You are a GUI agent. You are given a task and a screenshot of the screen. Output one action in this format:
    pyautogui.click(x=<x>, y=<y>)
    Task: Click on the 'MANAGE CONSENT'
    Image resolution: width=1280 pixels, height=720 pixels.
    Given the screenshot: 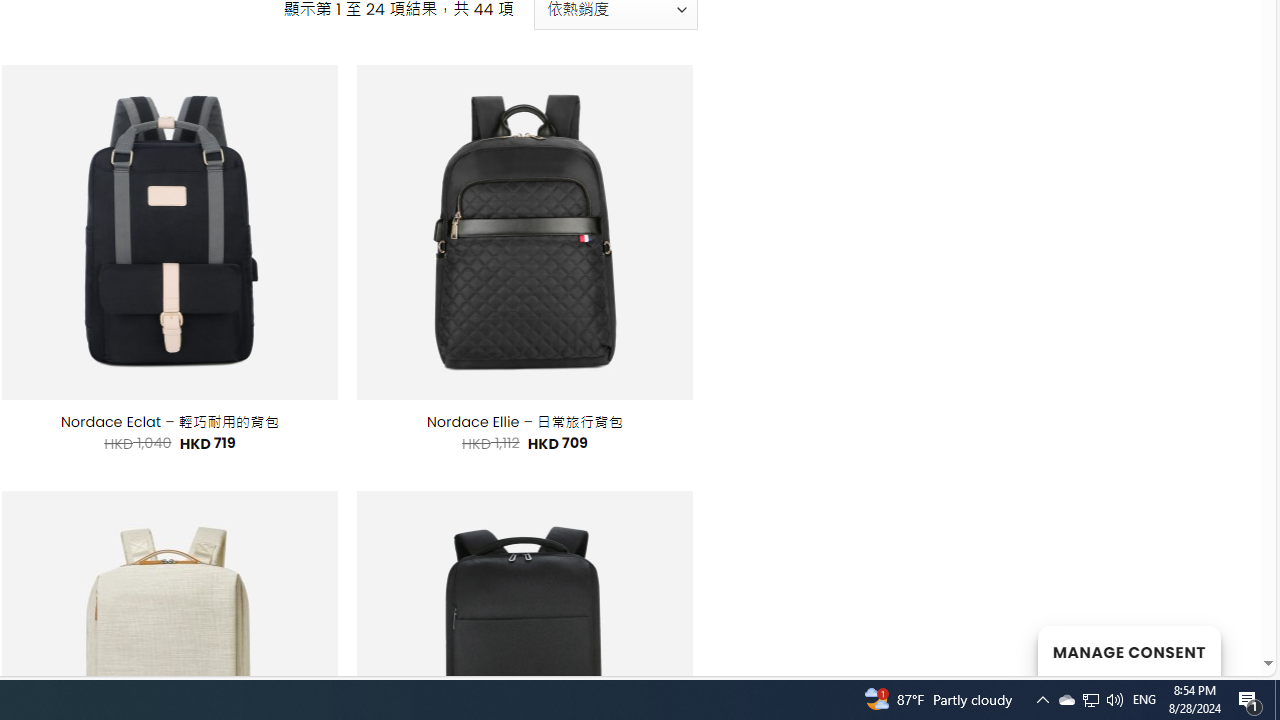 What is the action you would take?
    pyautogui.click(x=1128, y=650)
    